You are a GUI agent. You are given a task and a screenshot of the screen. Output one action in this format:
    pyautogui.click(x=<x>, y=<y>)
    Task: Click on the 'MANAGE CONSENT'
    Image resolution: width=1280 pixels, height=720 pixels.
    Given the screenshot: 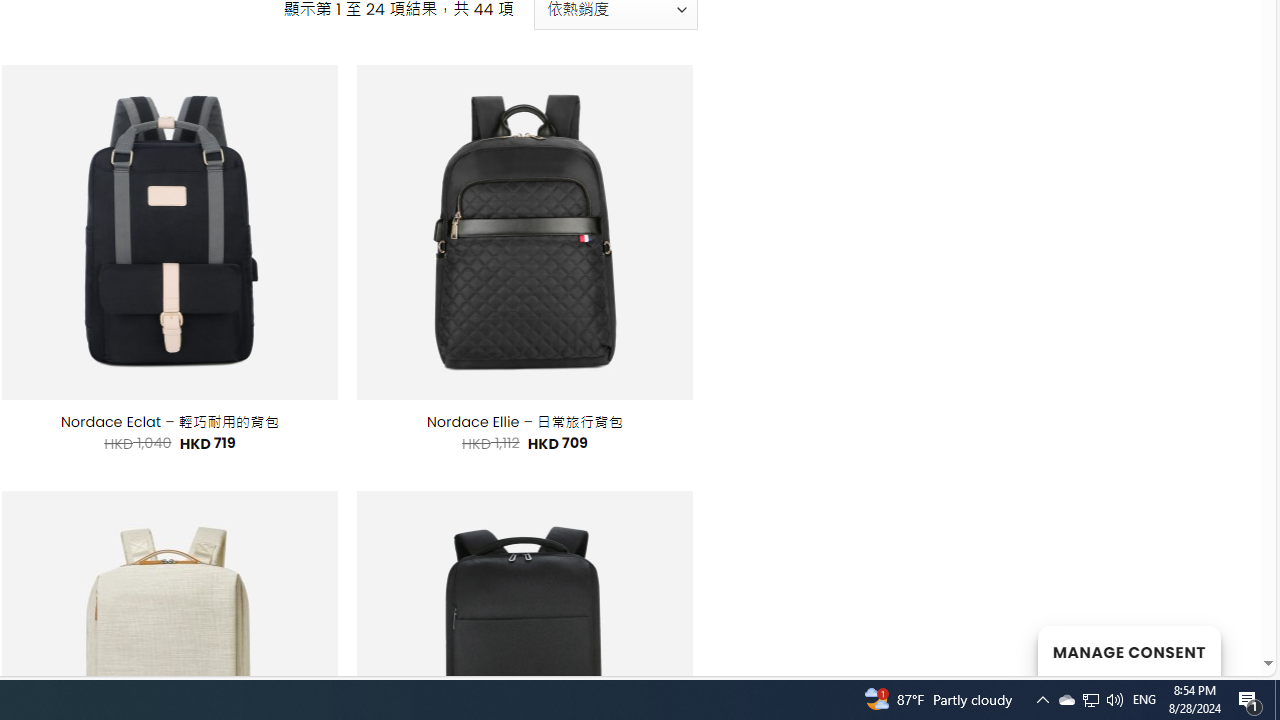 What is the action you would take?
    pyautogui.click(x=1128, y=650)
    